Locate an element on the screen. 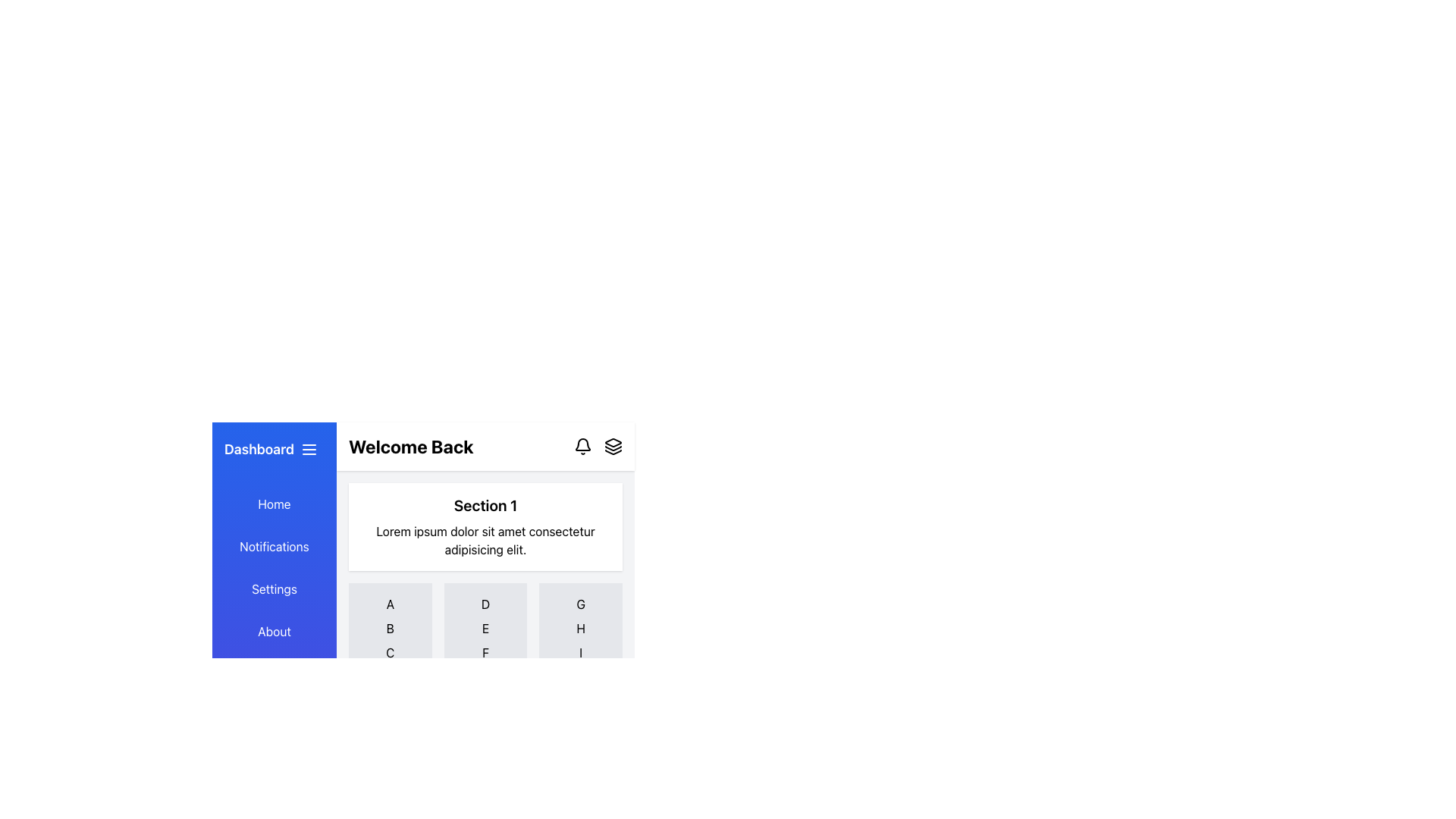 This screenshot has width=1456, height=819. the text label in the upper-left corner of the dashboard section, which serves as a heading to identify the current location within the application is located at coordinates (259, 449).